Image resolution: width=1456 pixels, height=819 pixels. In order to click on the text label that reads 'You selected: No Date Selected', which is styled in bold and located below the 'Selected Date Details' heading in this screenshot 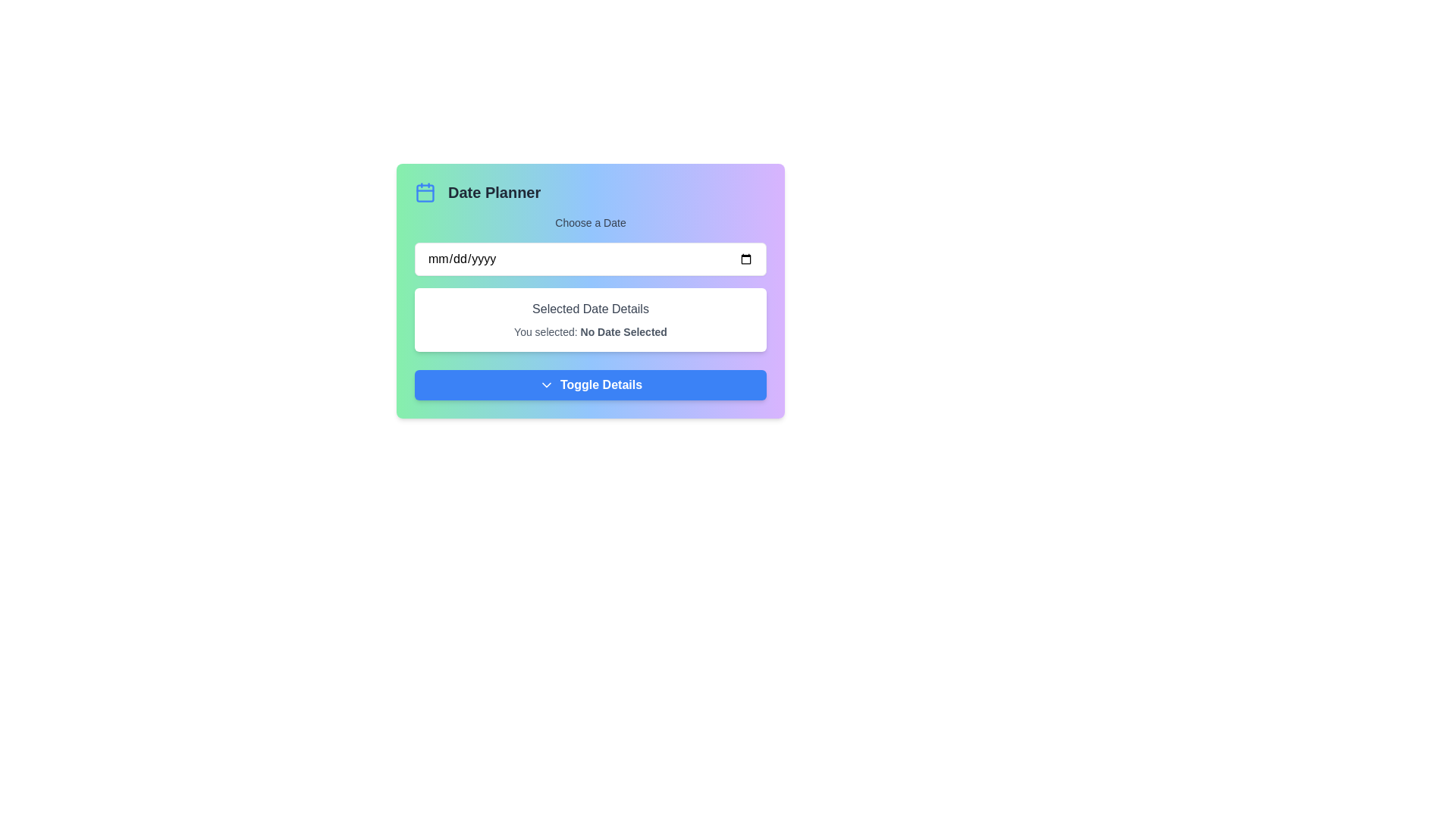, I will do `click(589, 331)`.